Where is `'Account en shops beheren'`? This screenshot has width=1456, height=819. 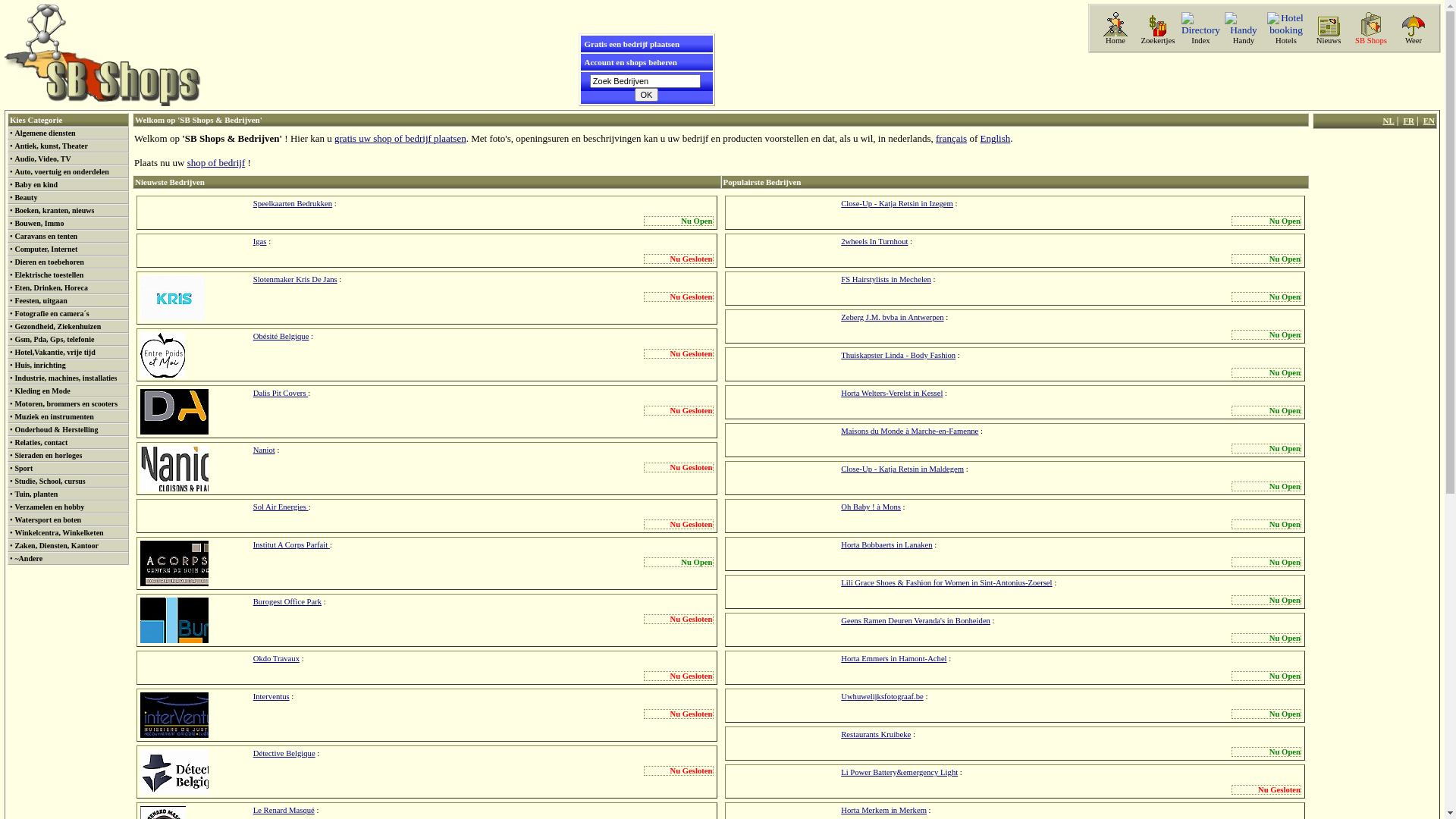 'Account en shops beheren' is located at coordinates (582, 61).